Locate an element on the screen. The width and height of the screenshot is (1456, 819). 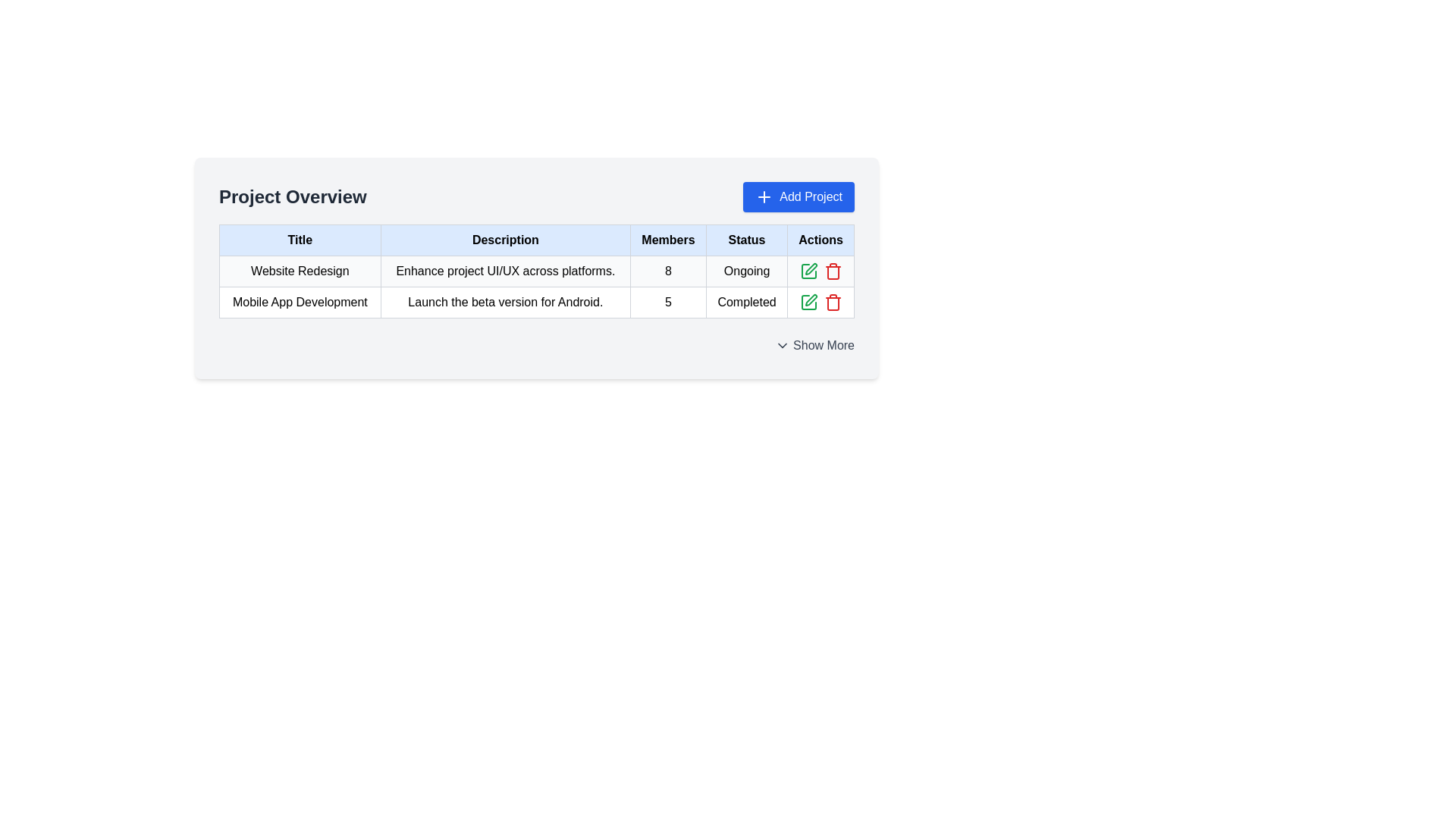
the 'Edit' icon button in the 'Actions' column for the 'Website Redesign' project is located at coordinates (810, 268).